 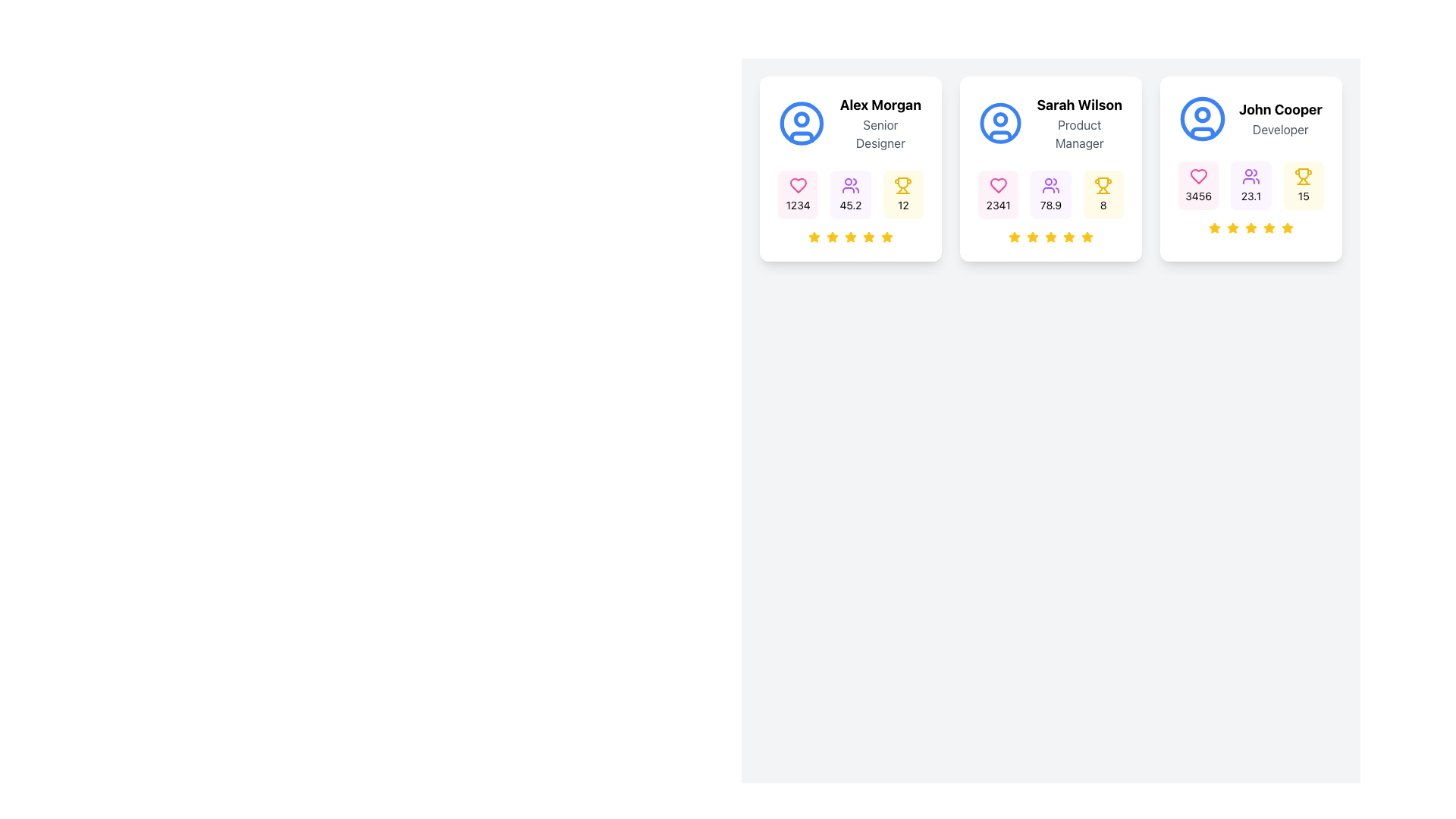 I want to click on the pink heart icon with a sharp border and hollow interior located in the top-left corner of John Cooper's card above the number '3456', so click(x=1197, y=175).